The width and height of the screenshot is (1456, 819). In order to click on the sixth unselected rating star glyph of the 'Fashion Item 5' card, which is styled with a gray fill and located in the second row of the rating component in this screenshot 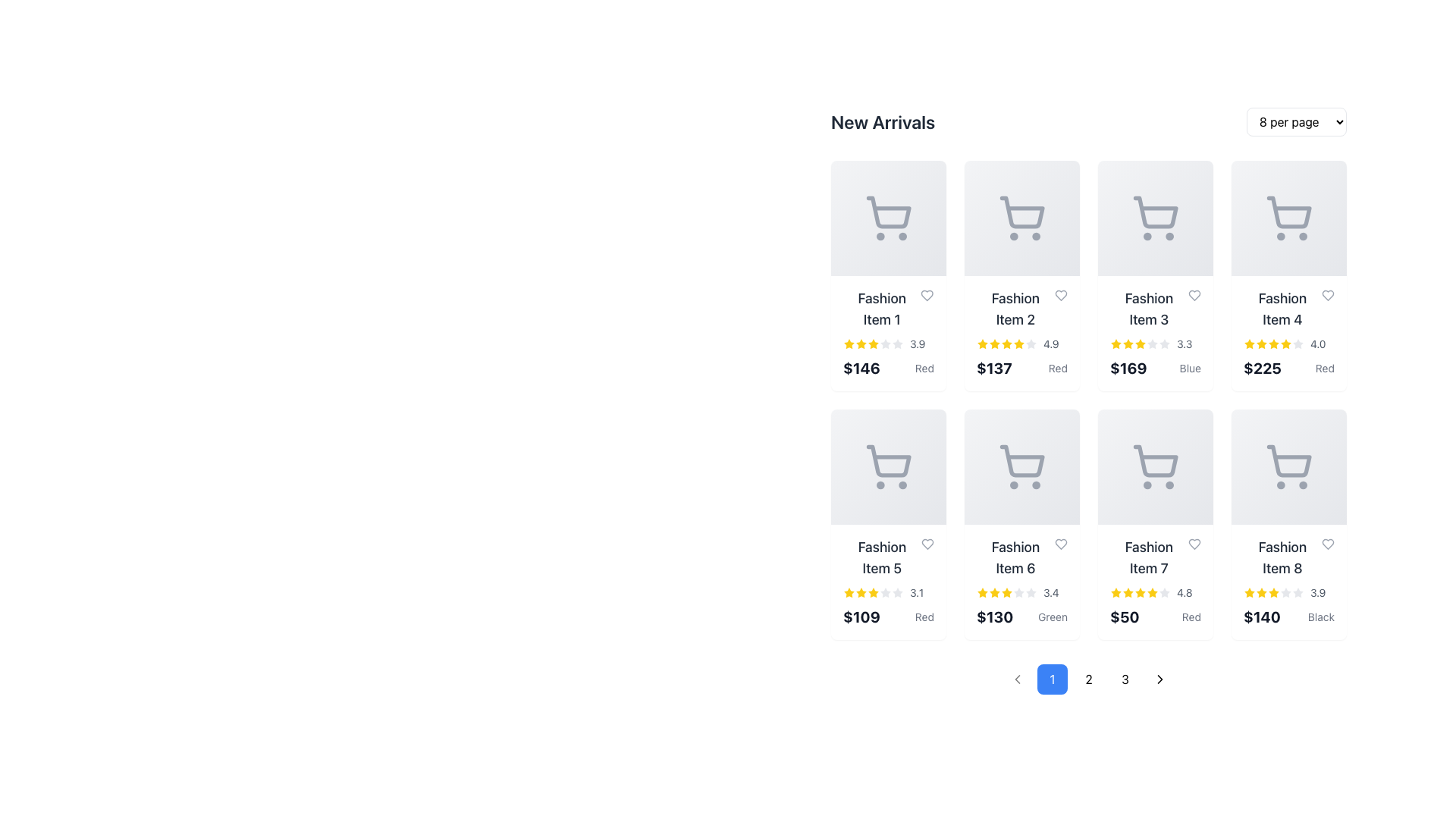, I will do `click(885, 592)`.